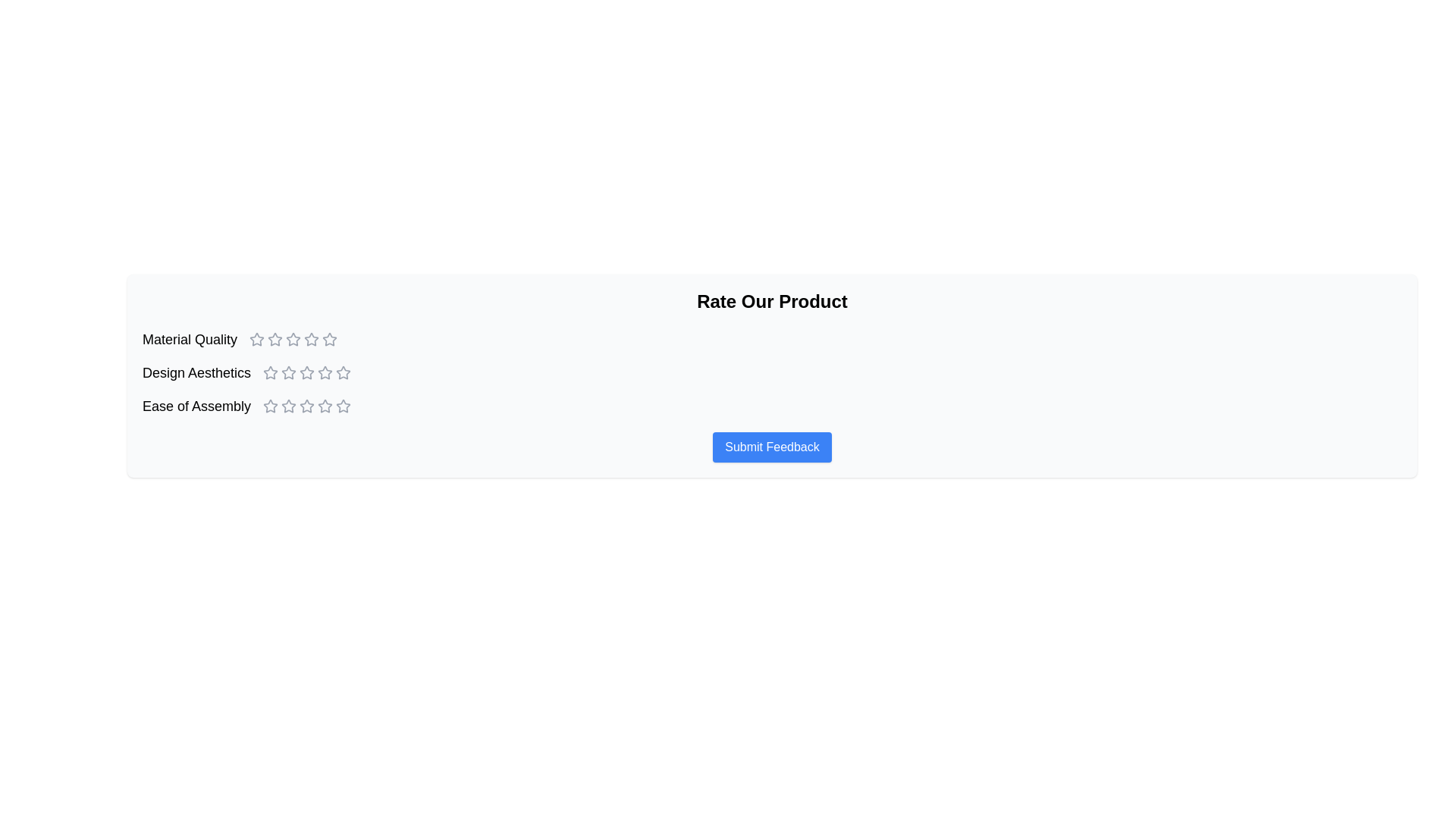 This screenshot has width=1456, height=819. Describe the element at coordinates (306, 405) in the screenshot. I see `the second star icon in the 'Ease of Assembly' rating section` at that location.